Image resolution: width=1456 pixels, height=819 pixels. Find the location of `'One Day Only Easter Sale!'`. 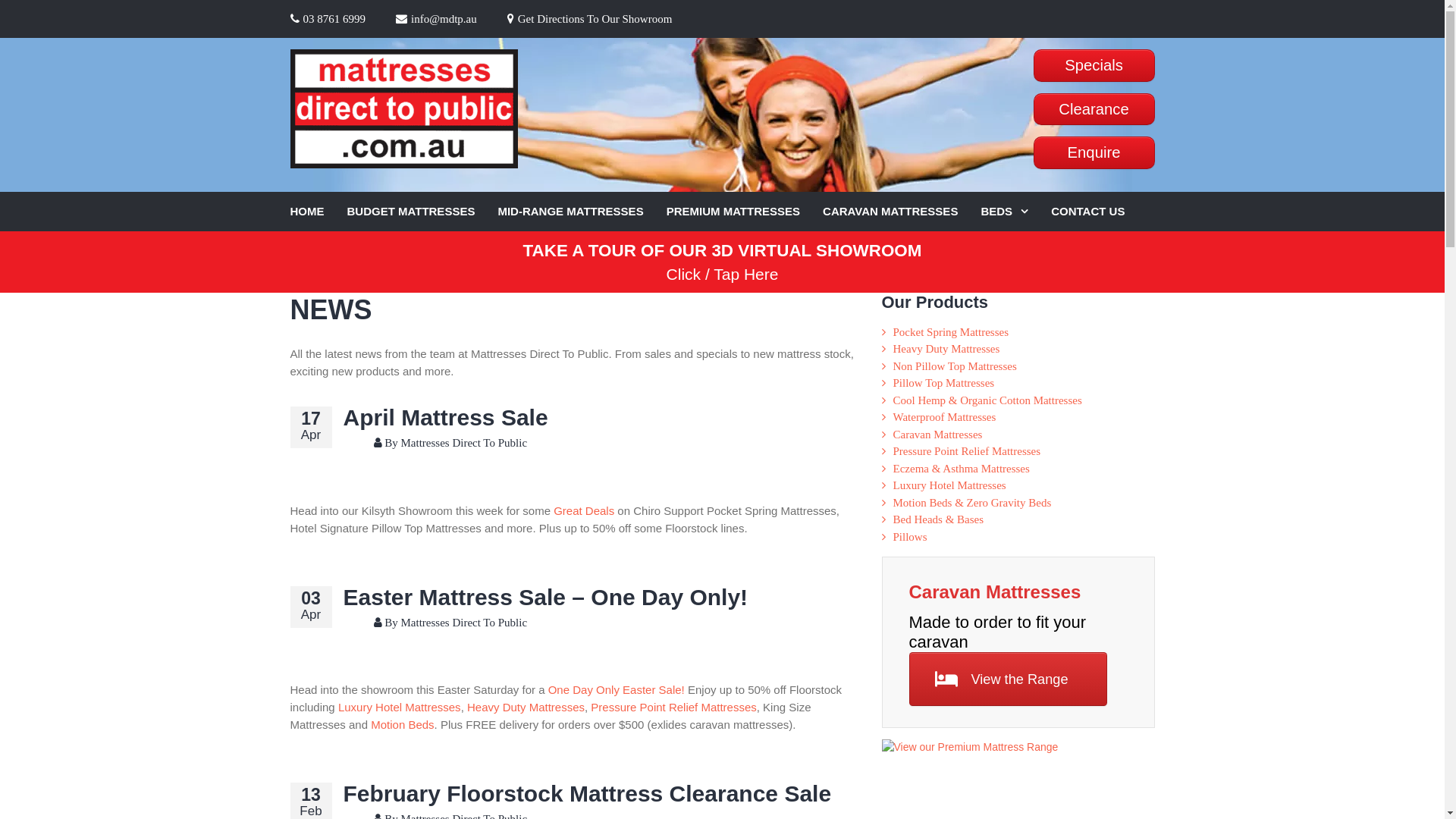

'One Day Only Easter Sale!' is located at coordinates (548, 689).